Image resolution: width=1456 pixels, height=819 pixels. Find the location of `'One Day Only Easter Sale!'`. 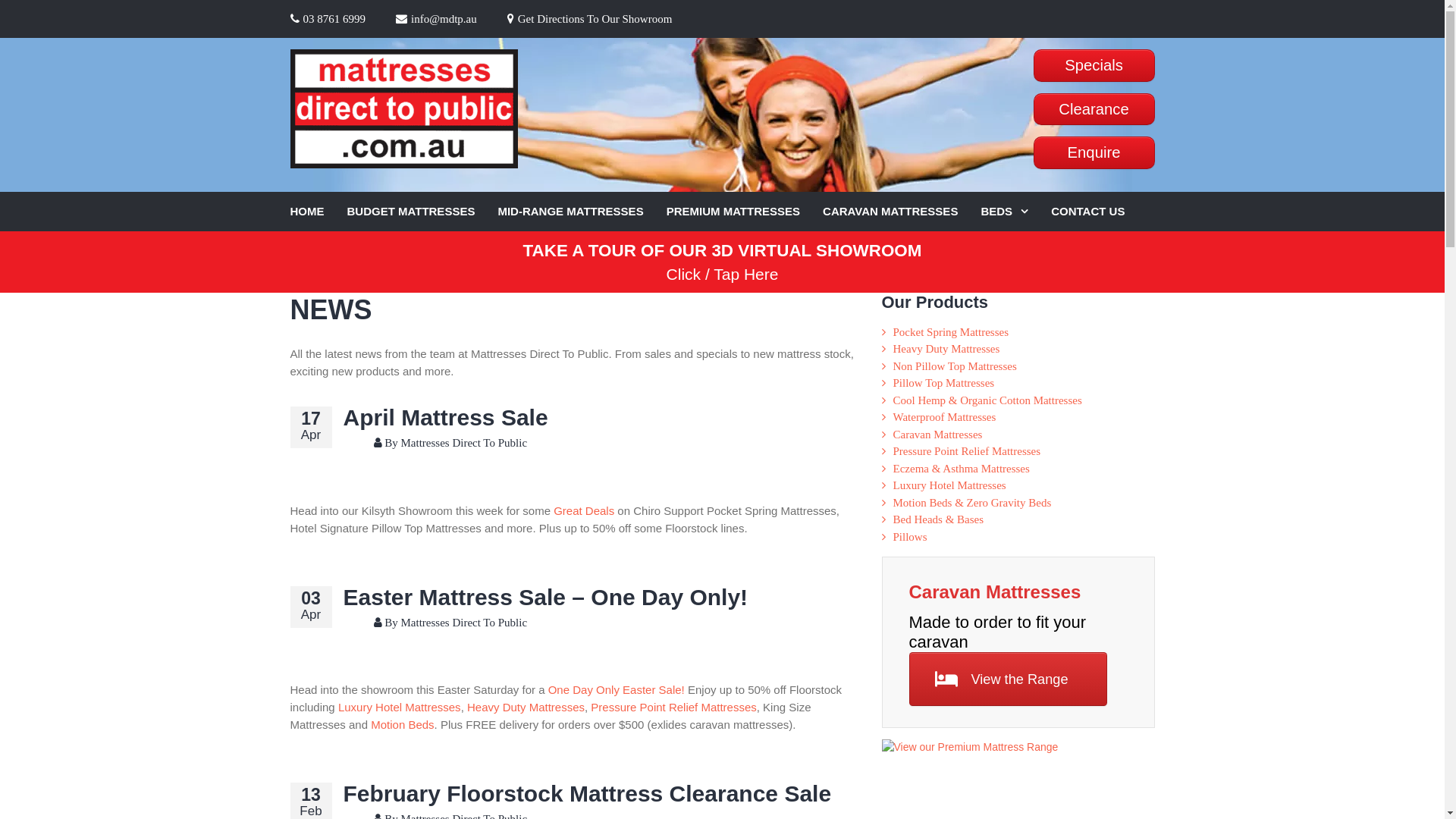

'One Day Only Easter Sale!' is located at coordinates (548, 689).